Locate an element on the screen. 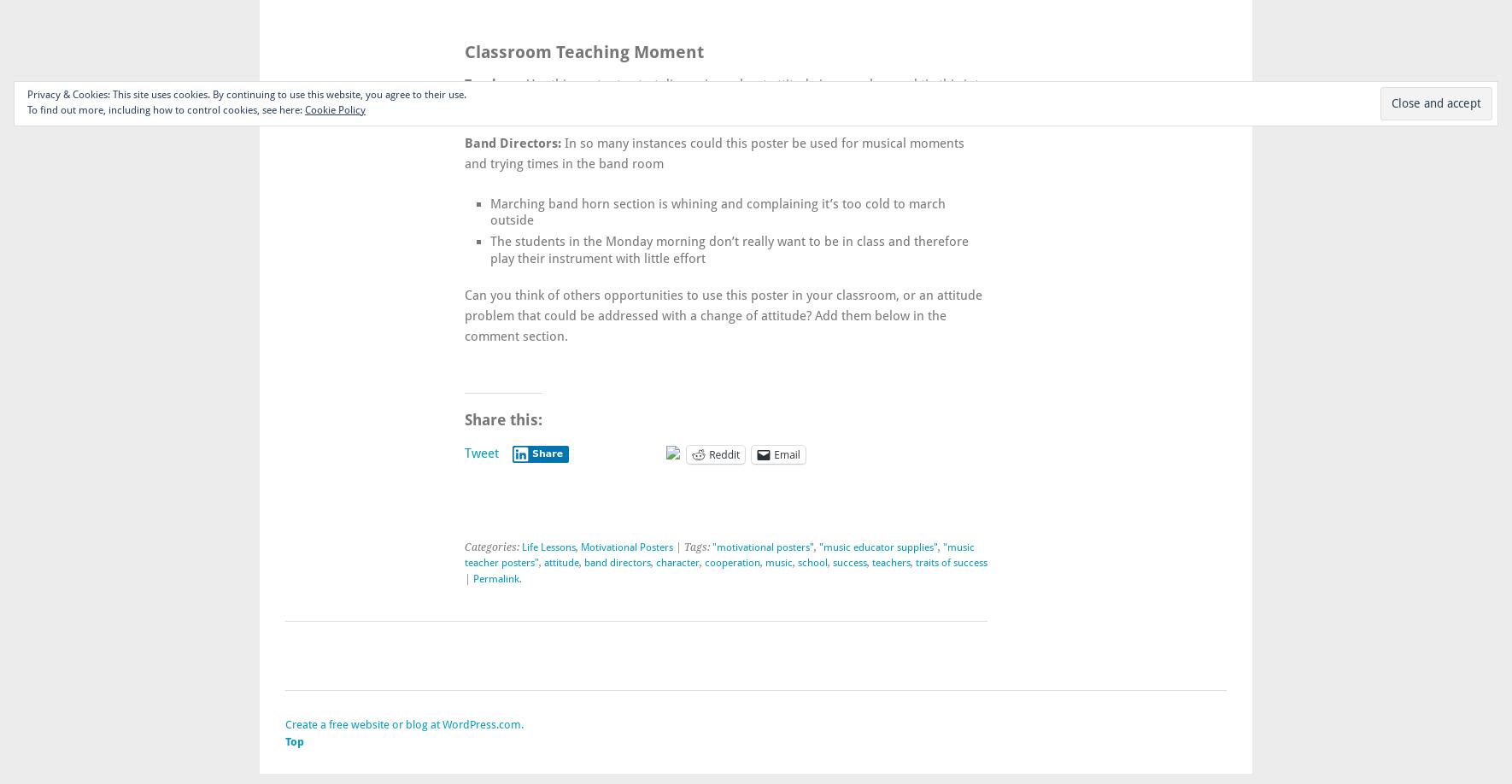 The height and width of the screenshot is (784, 1512). 'teachers' is located at coordinates (870, 563).